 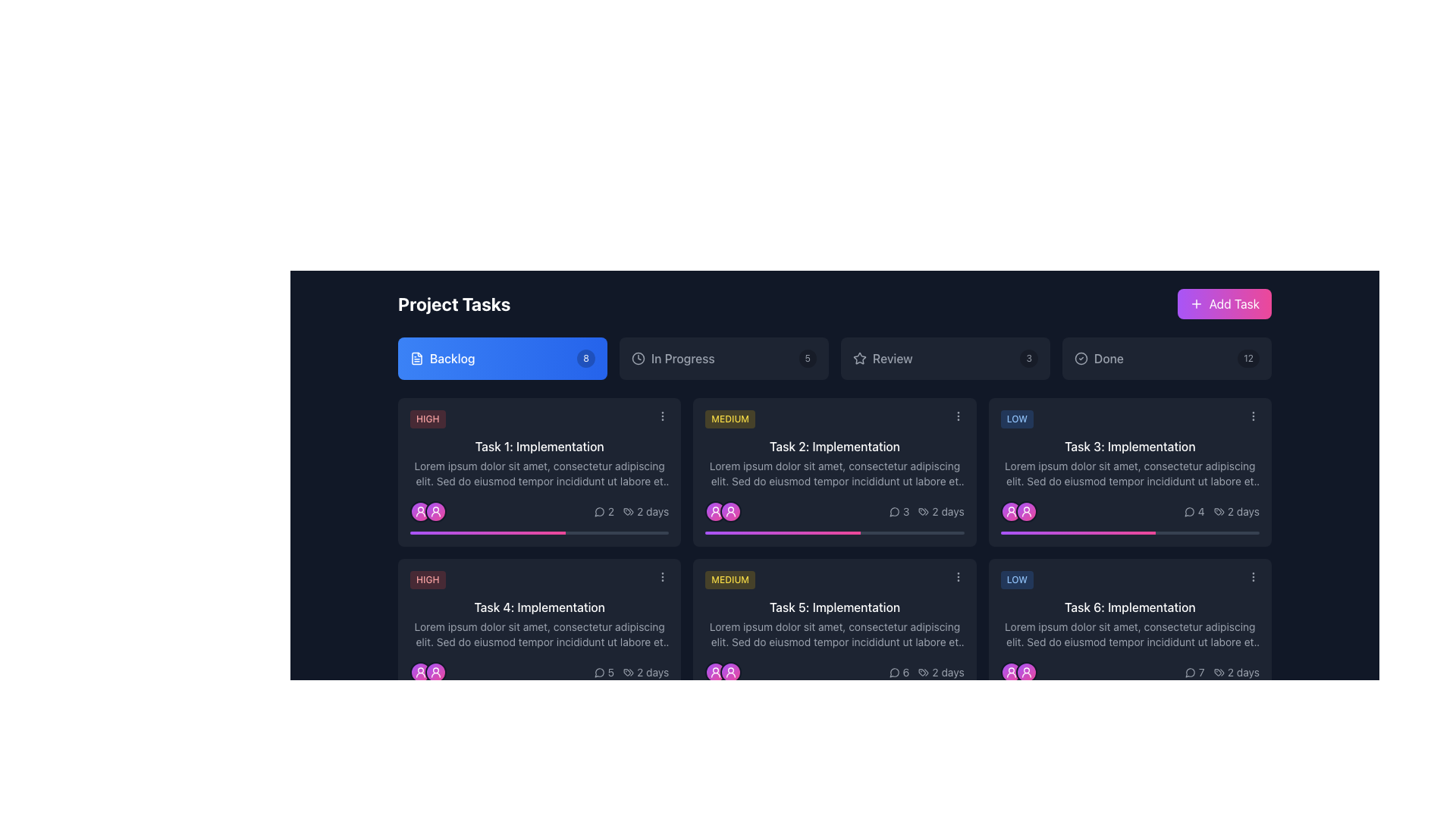 I want to click on the relationship between the speech bubble icon with the number '5' in the bottom-right corner of the task card, so click(x=603, y=672).